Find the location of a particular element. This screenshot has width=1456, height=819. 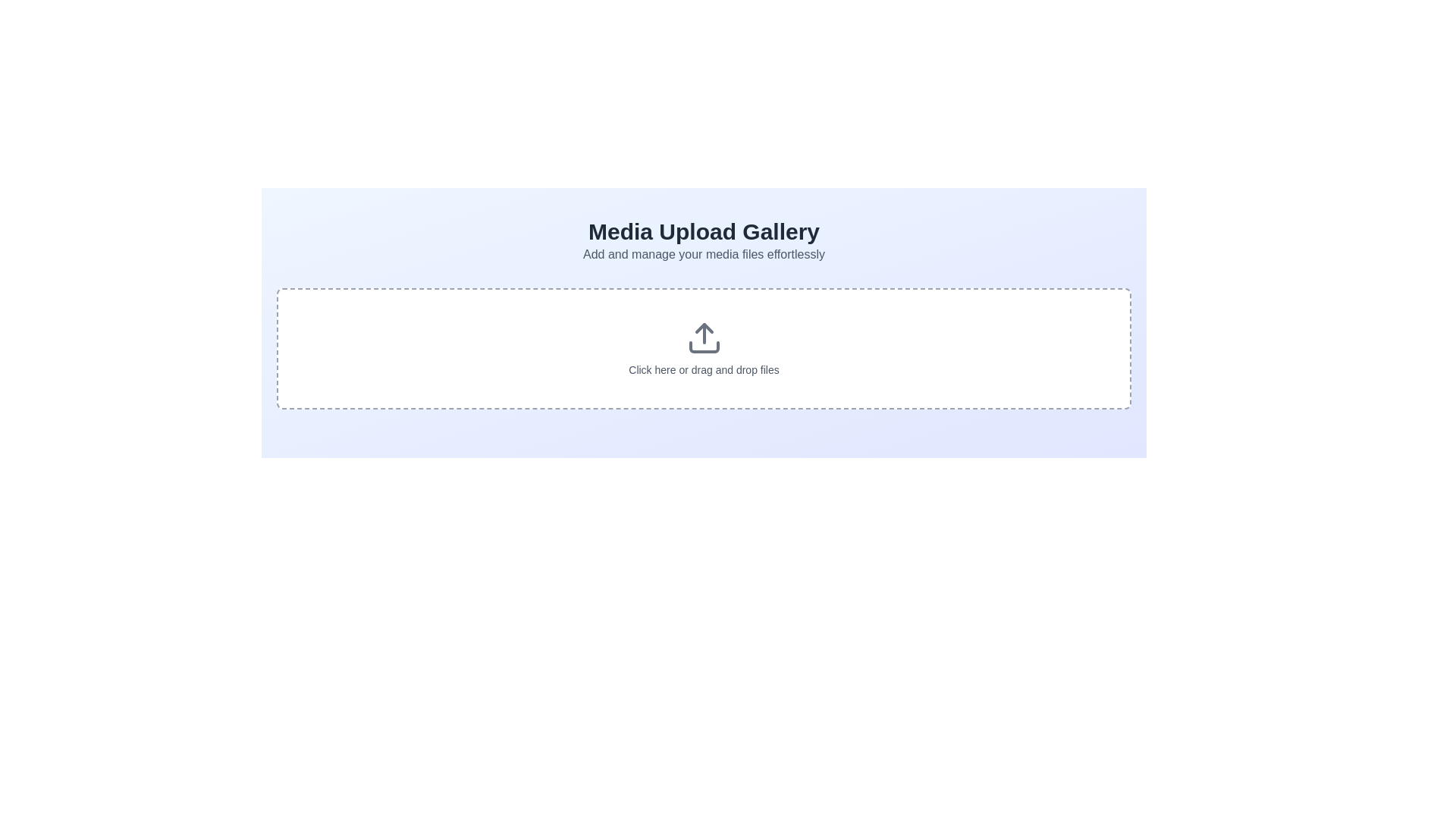

the decorative graphical element that is part of the upload icon, positioned below the arrow symbol and above the vertical line is located at coordinates (703, 347).